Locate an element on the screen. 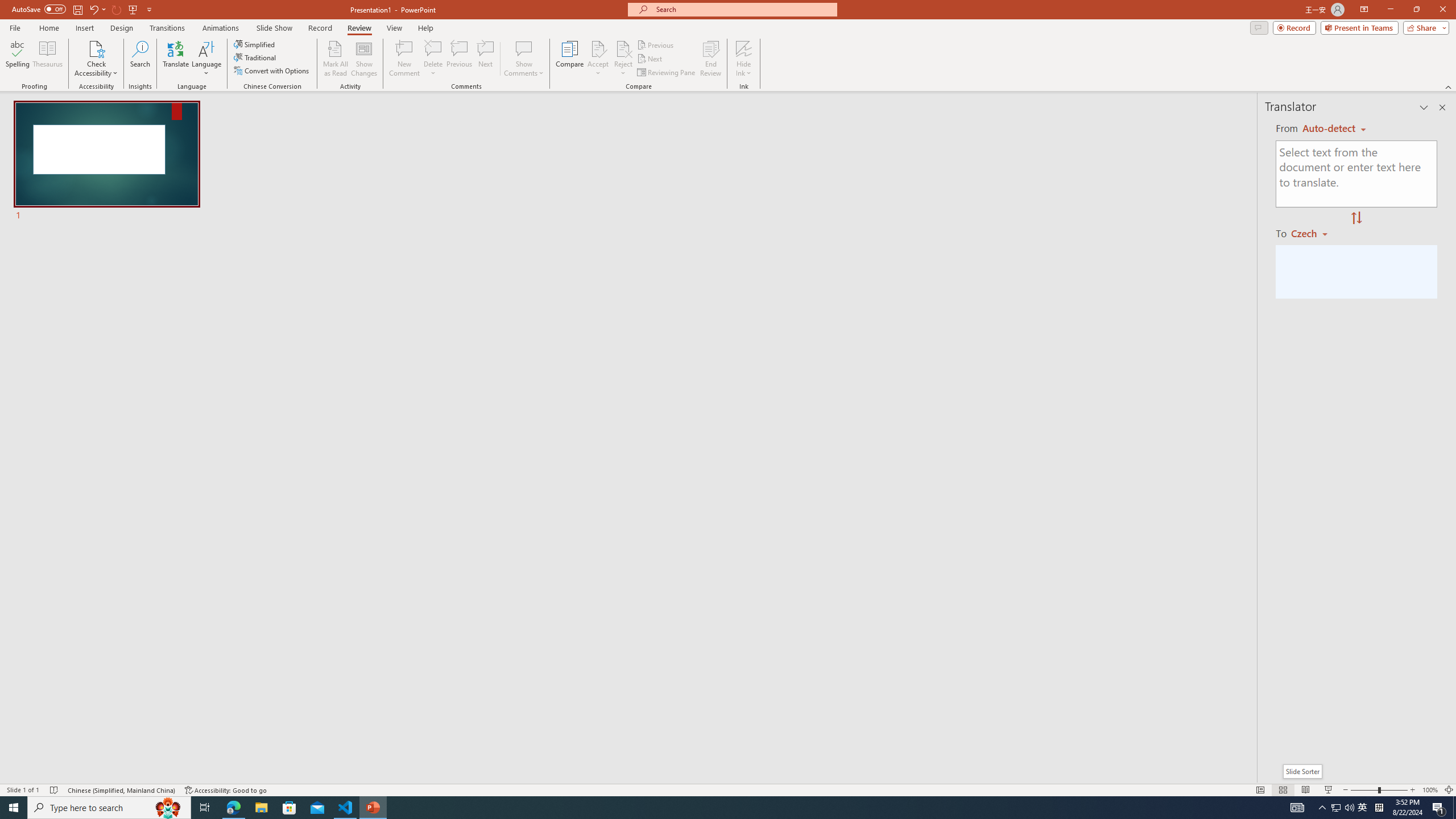 This screenshot has height=819, width=1456. 'Convert with Options...' is located at coordinates (271, 69).